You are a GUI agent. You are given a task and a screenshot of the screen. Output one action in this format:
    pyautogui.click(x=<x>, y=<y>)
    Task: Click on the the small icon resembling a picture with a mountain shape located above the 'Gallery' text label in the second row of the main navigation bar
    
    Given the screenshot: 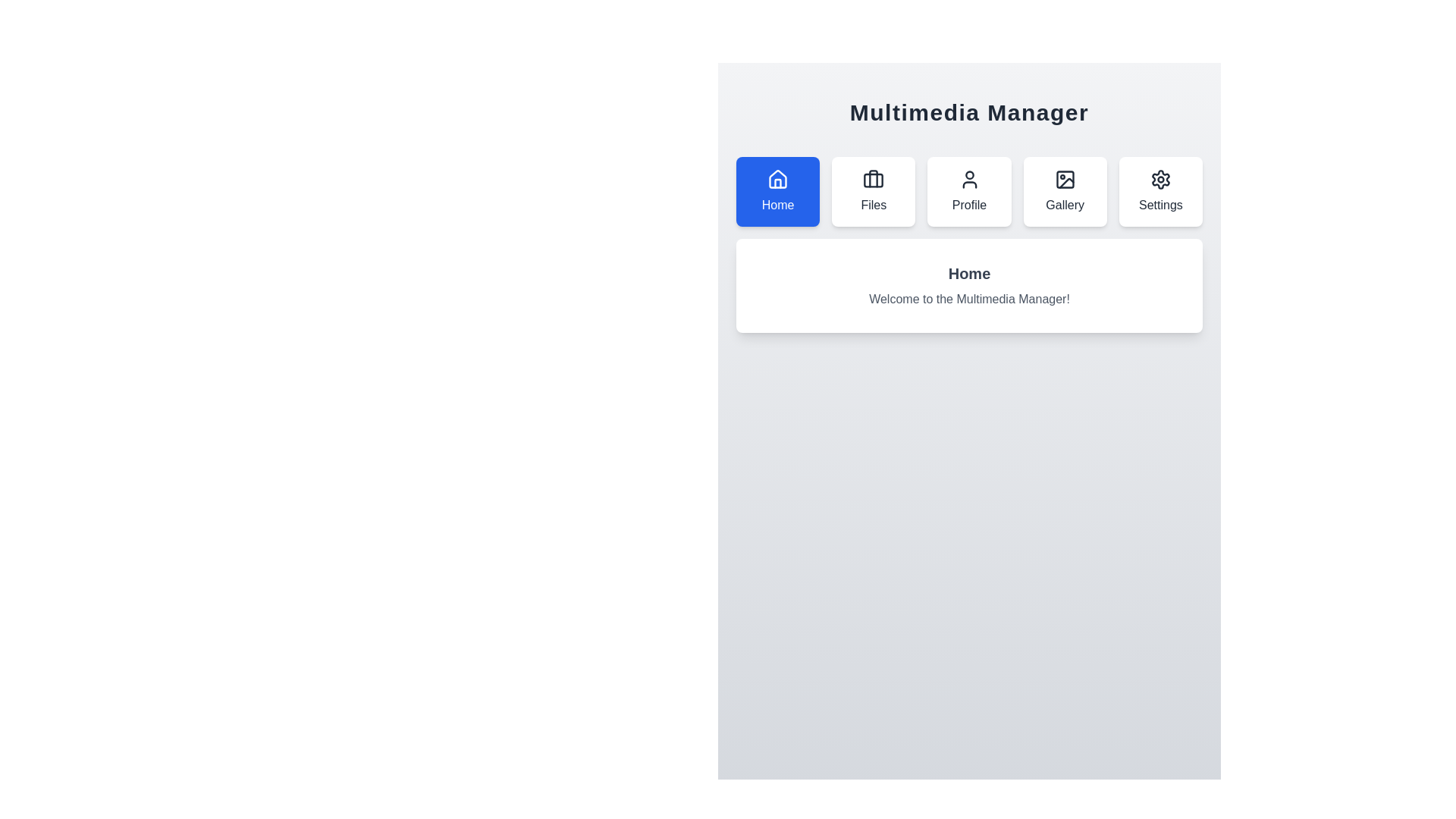 What is the action you would take?
    pyautogui.click(x=1064, y=178)
    